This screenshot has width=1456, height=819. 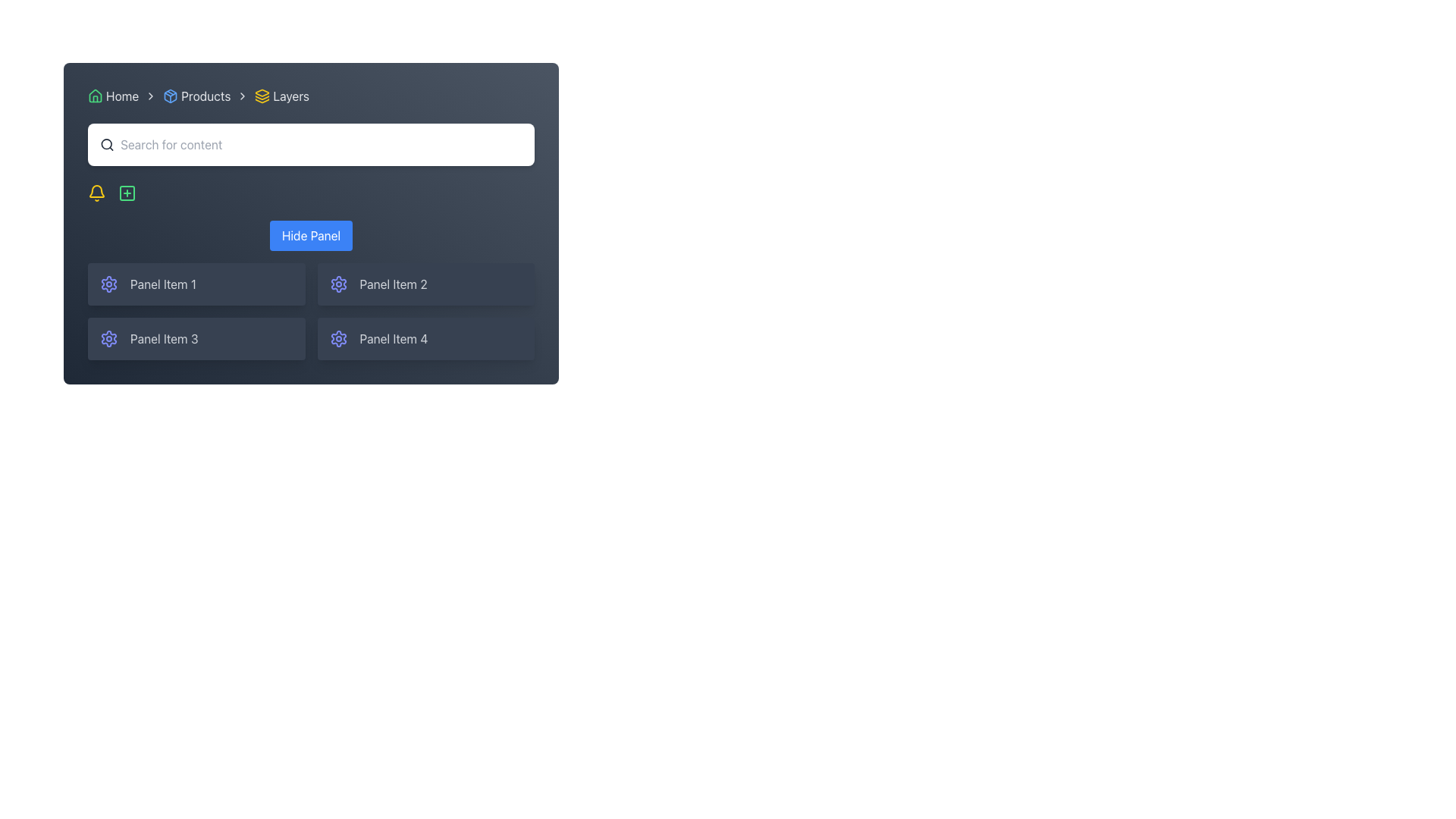 I want to click on the static text label 'Panel Item 2' which is styled in faint gray and located within a dark rectangular panel with rounded corners, so click(x=394, y=284).